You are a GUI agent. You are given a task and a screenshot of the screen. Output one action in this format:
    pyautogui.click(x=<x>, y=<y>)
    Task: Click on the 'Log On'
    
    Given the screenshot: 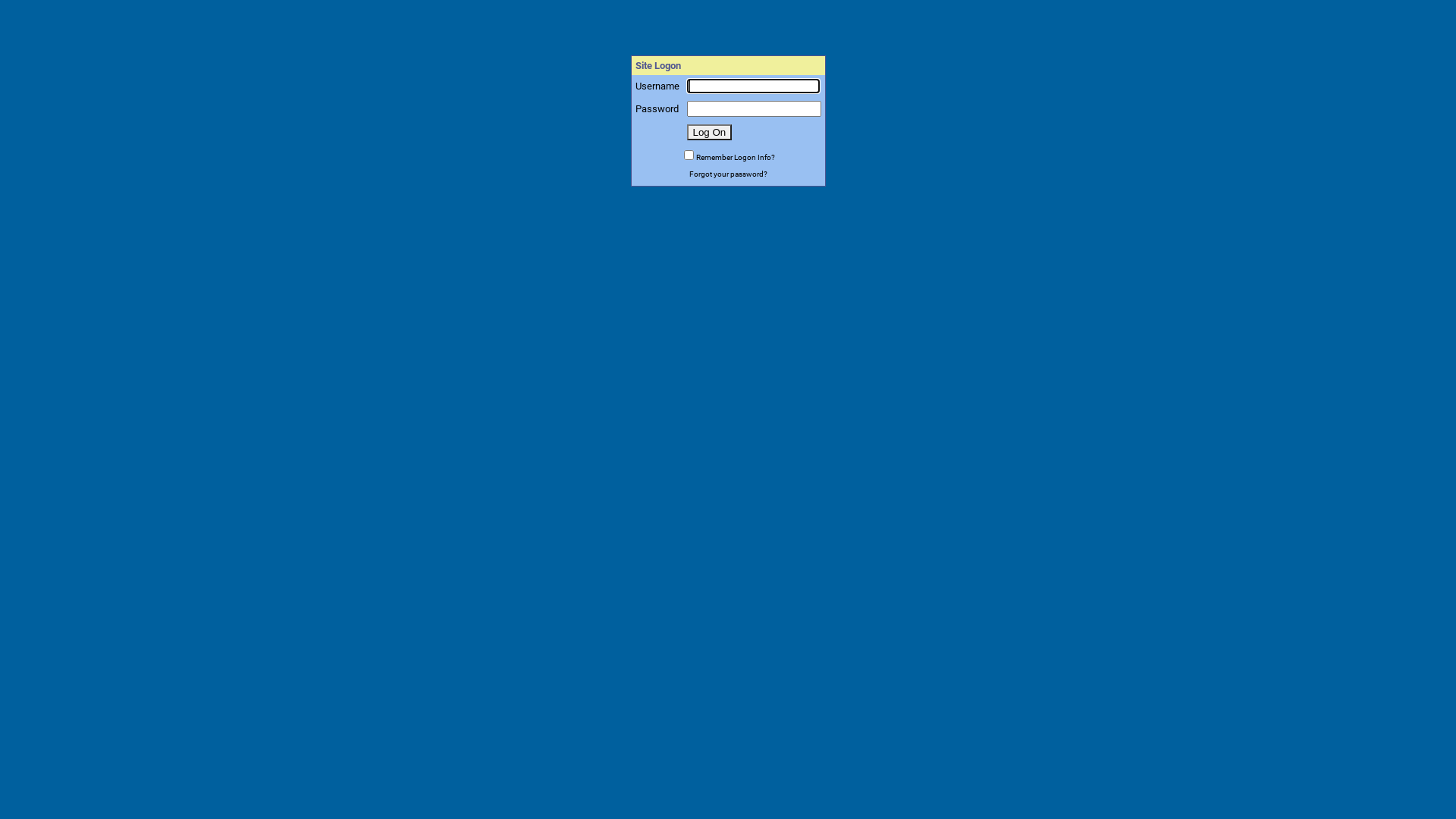 What is the action you would take?
    pyautogui.click(x=686, y=131)
    